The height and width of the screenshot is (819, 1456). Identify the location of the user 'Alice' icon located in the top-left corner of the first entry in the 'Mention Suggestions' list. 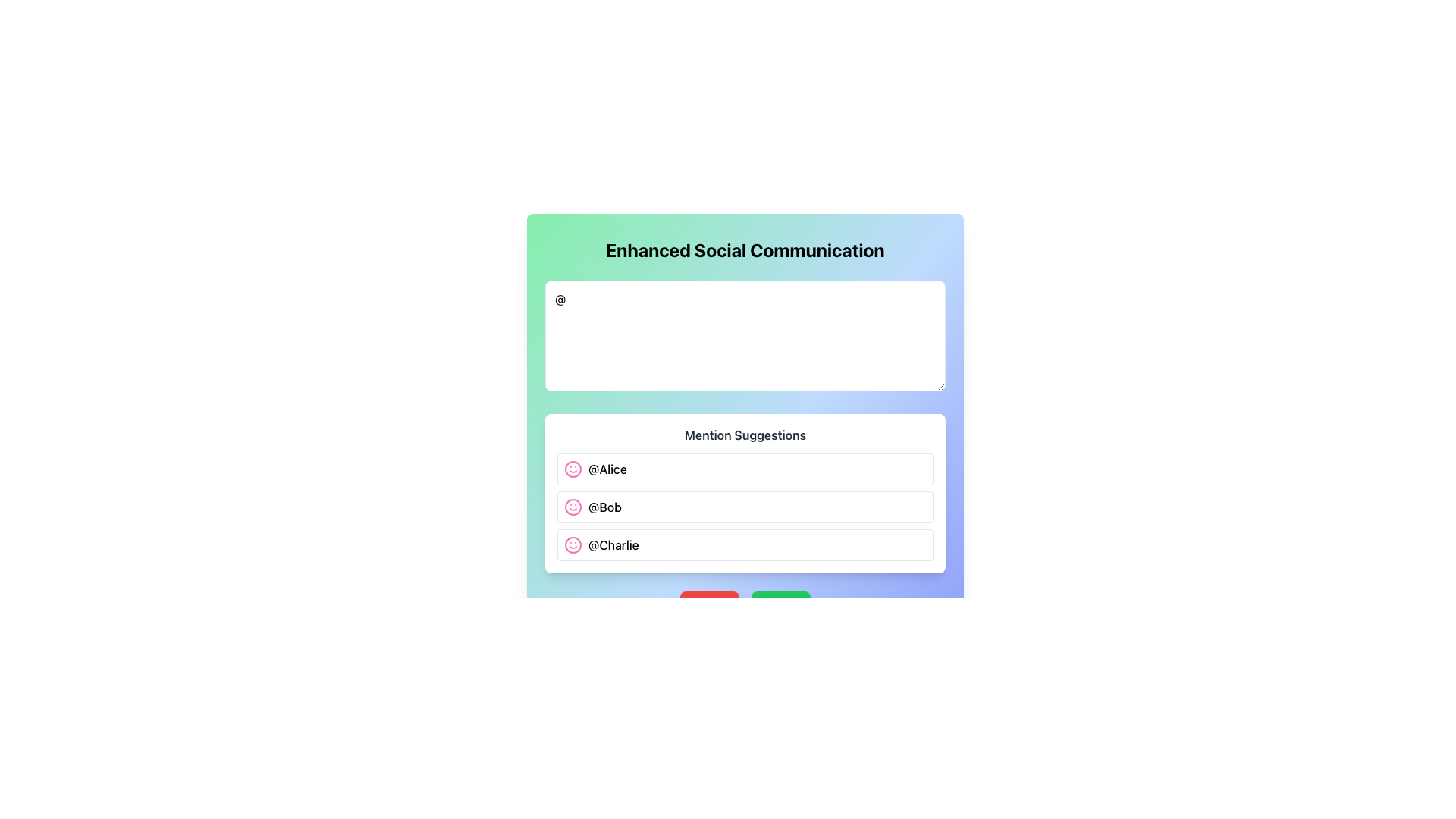
(572, 468).